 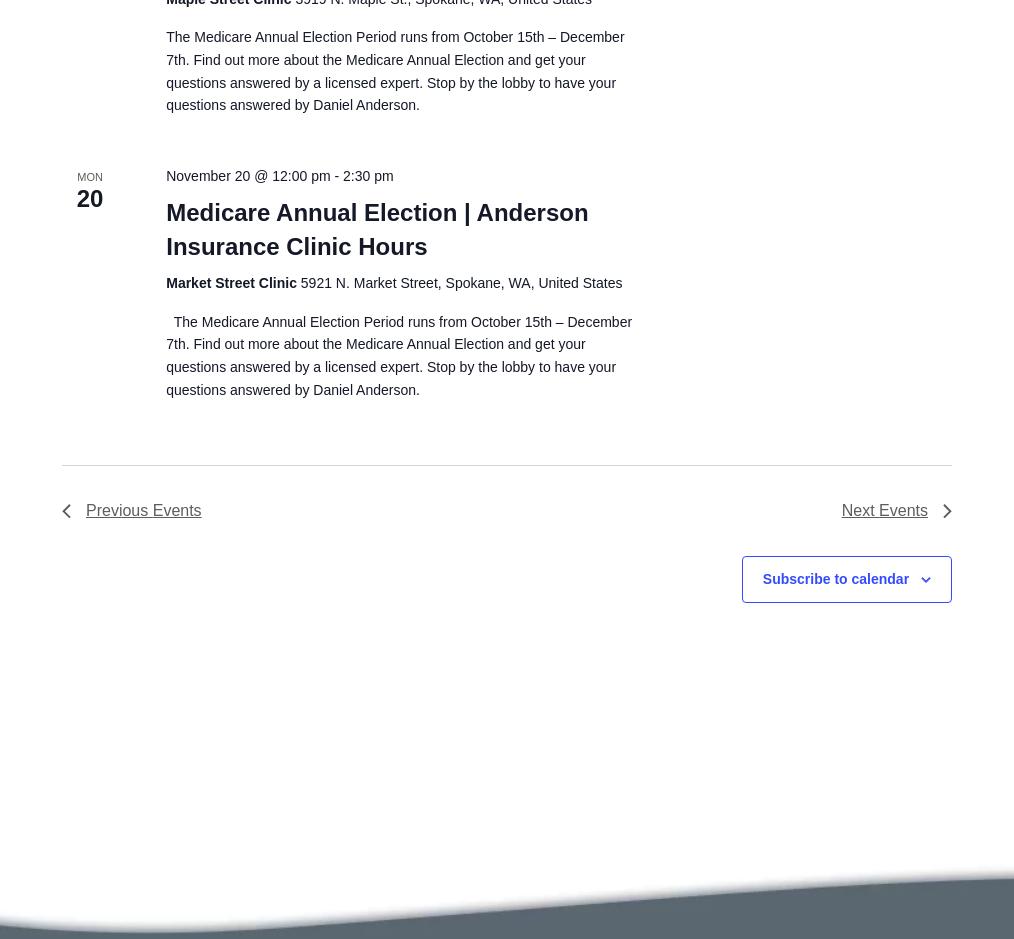 I want to click on 'Next', so click(x=858, y=510).